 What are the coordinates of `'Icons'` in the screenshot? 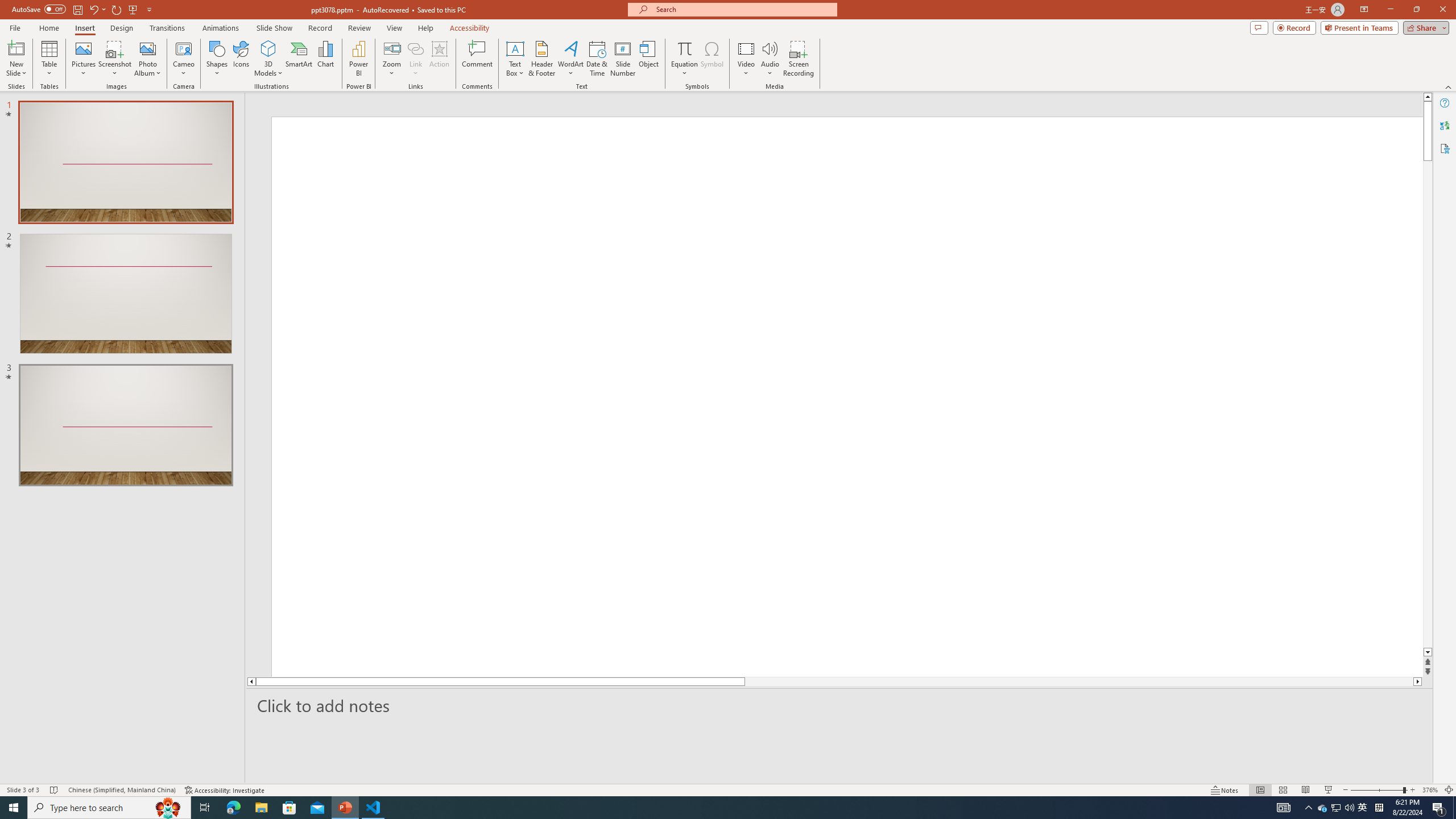 It's located at (241, 59).